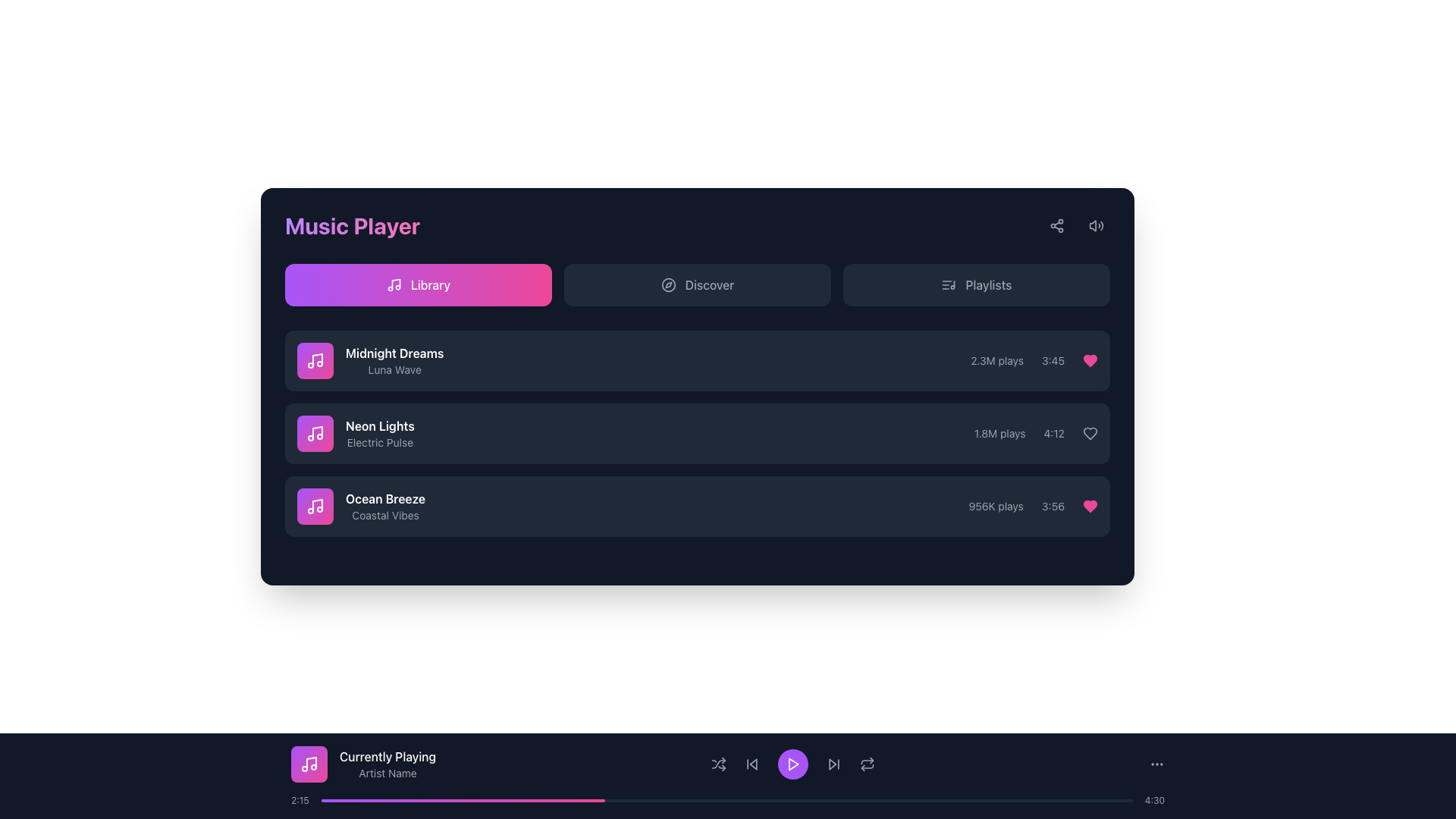 The image size is (1456, 819). I want to click on the List item element displaying 'Ocean Breeze' and 'Coastal Vibes', so click(360, 506).